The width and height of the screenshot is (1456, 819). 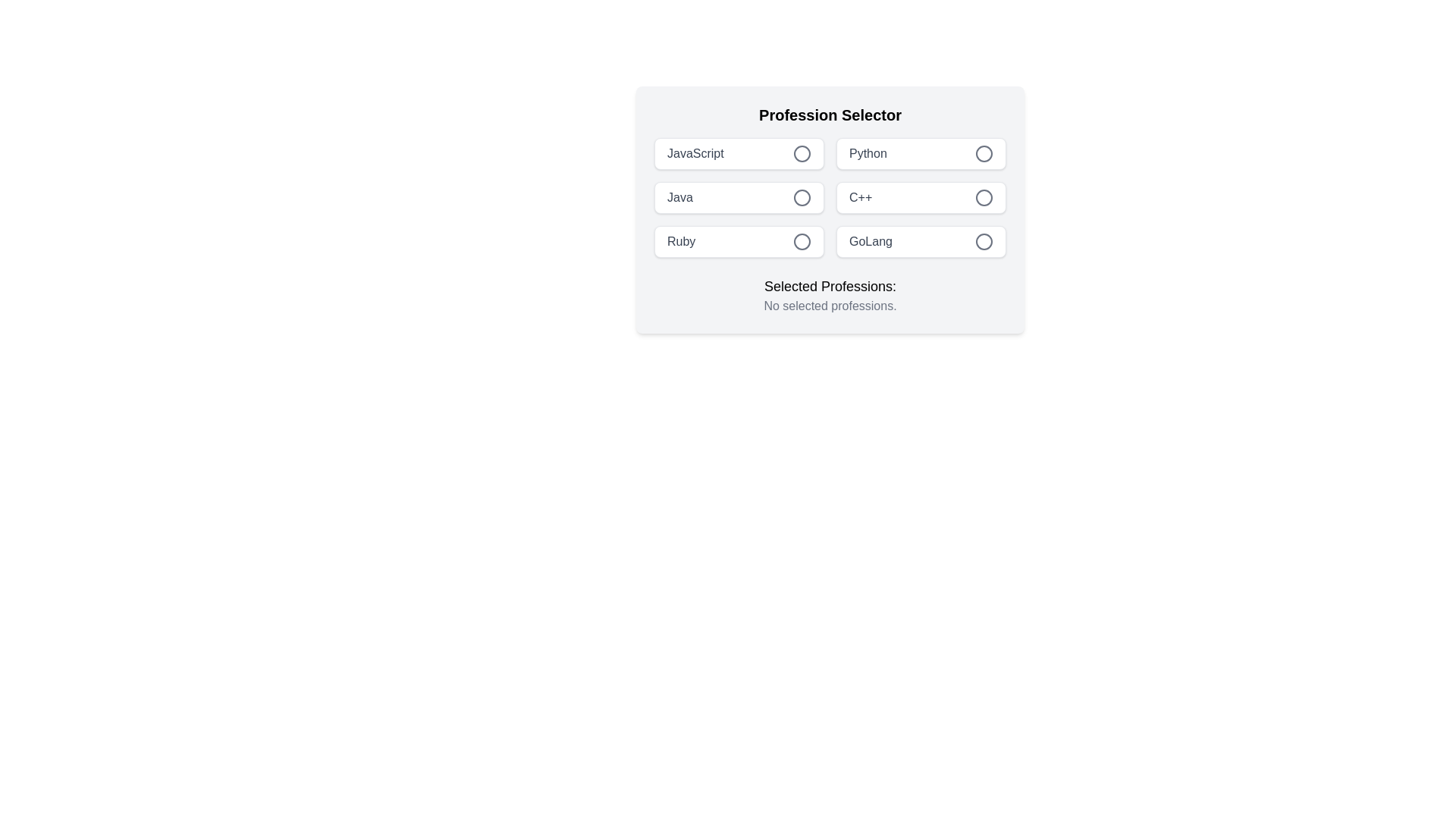 I want to click on the text label indicating the section related to selected professions, positioned above 'No selected professions' in the 'Profession Selector' section, so click(x=829, y=287).